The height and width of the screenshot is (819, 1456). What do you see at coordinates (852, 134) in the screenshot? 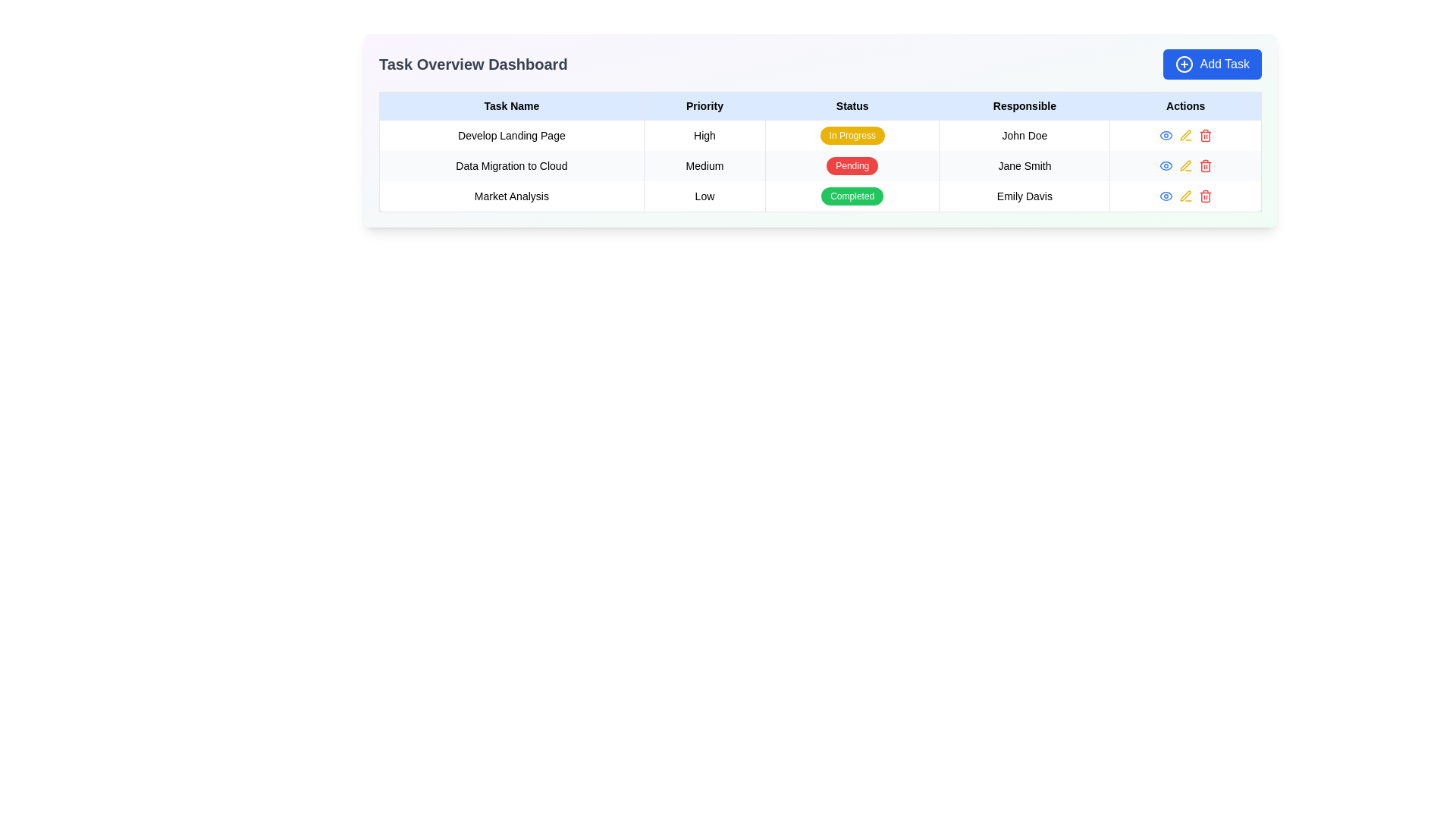
I see `properties of the 'In Progress' status label located in the 'Status' column of the task table for 'Develop Landing Page', positioned between 'Priority: High' and 'Responsible: John Doe'` at bounding box center [852, 134].